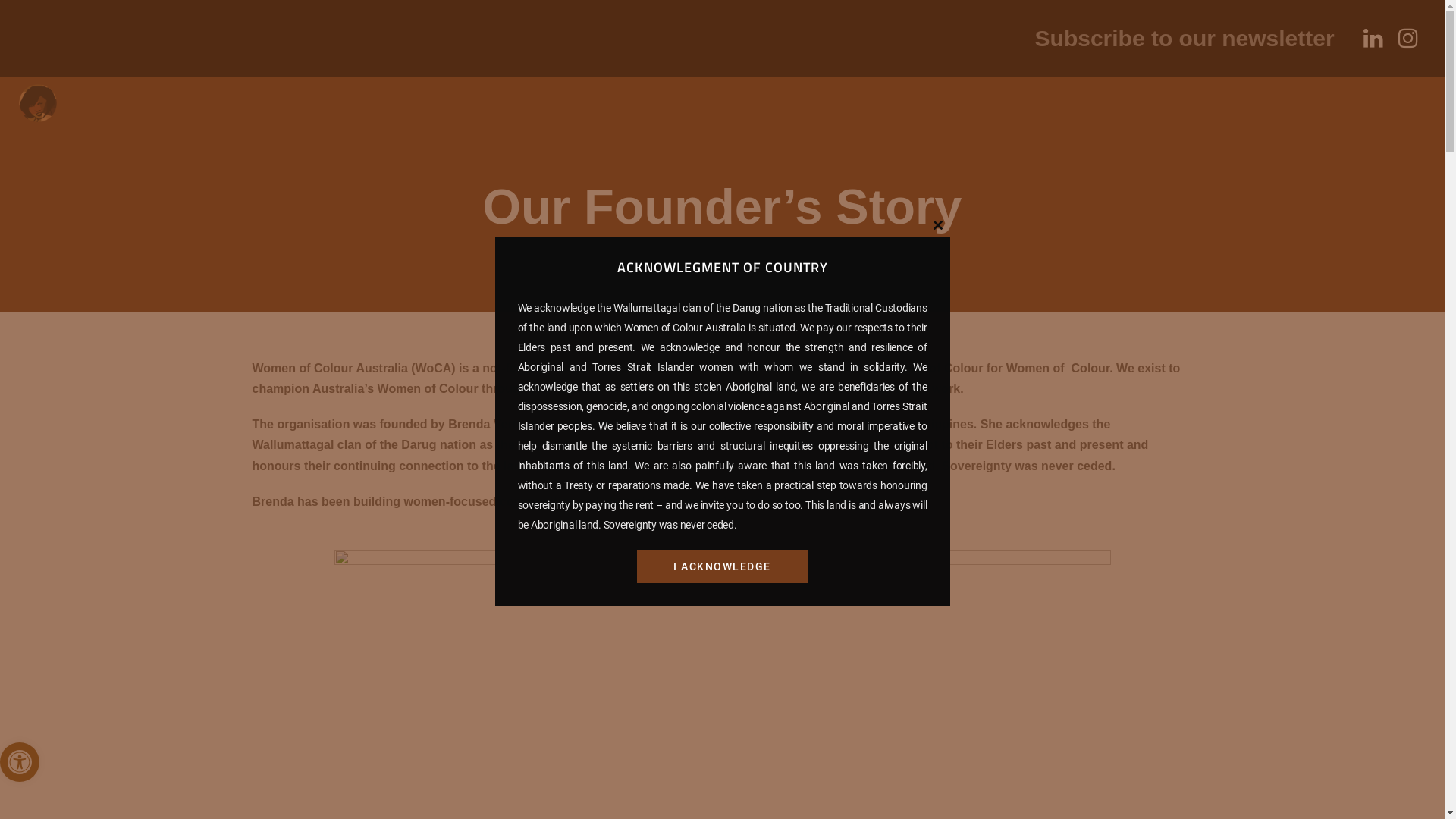 The image size is (1456, 819). Describe the element at coordinates (726, 112) in the screenshot. I see `'CONTACT'` at that location.